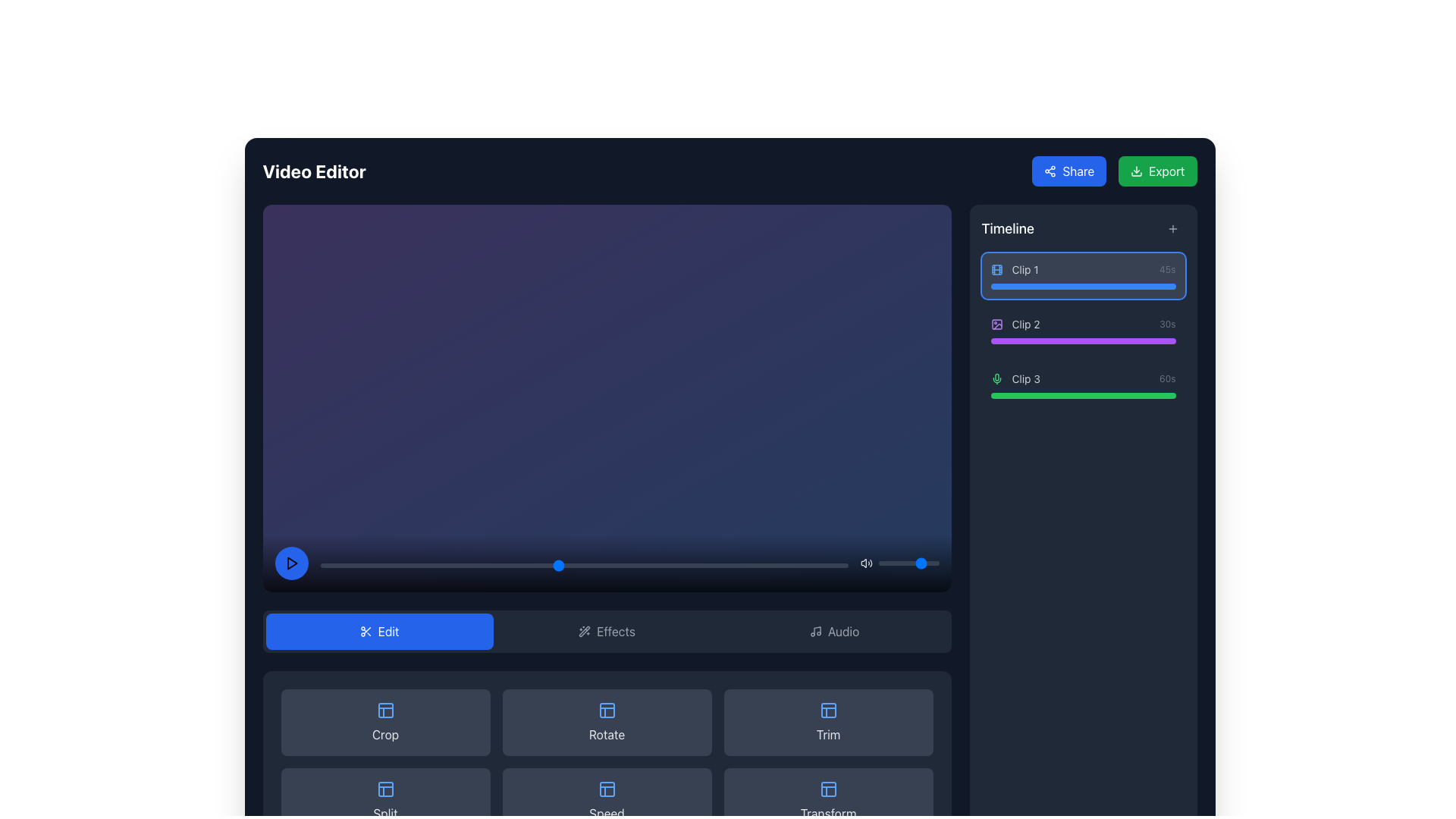 This screenshot has height=819, width=1456. Describe the element at coordinates (996, 376) in the screenshot. I see `the microphone icon's body, which is part of a green-themed microphone icon located in the timeline section adjacent to 'Clip 3'` at that location.